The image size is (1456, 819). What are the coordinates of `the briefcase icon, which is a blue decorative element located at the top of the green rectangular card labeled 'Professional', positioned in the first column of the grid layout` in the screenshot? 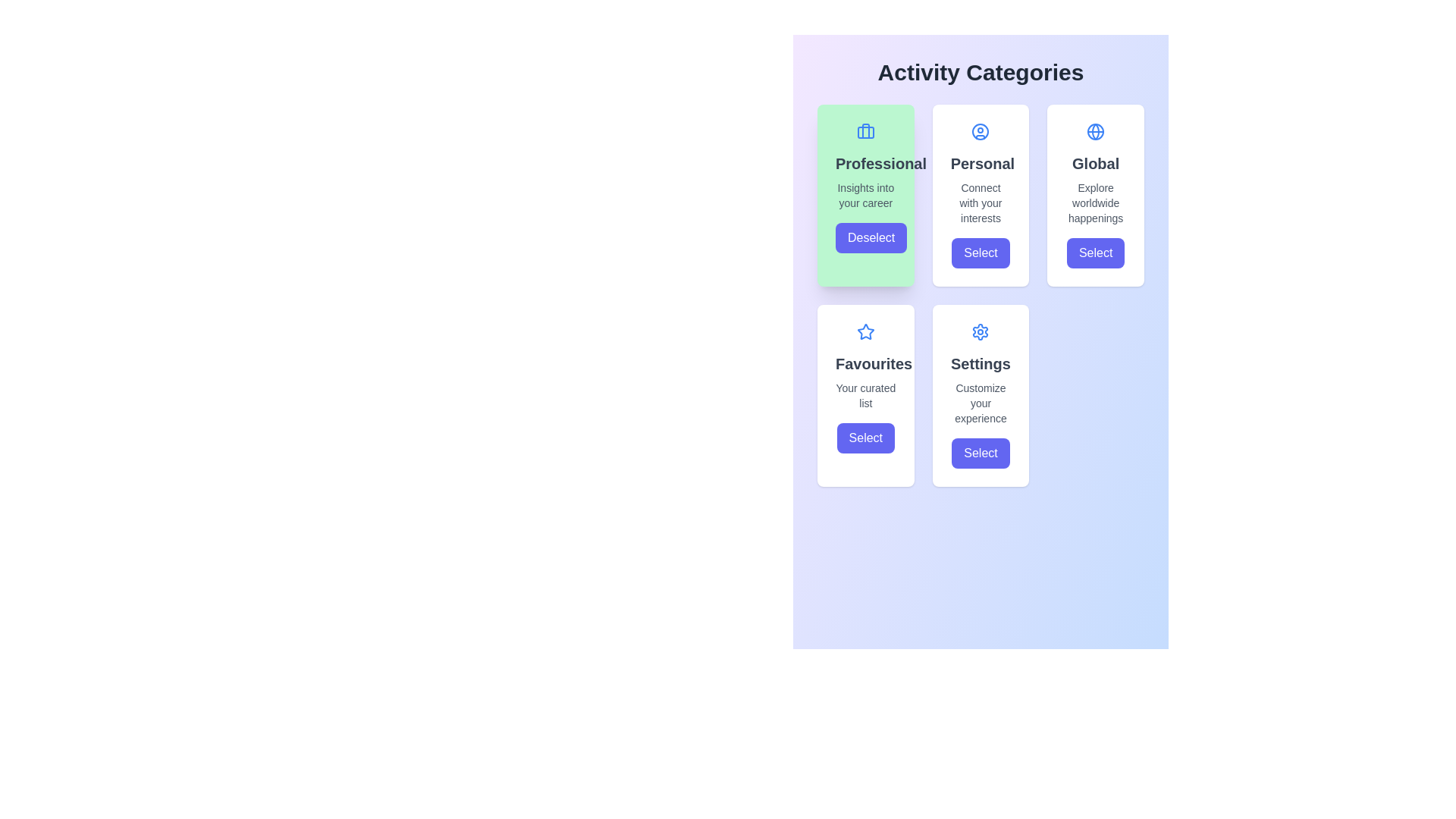 It's located at (865, 130).